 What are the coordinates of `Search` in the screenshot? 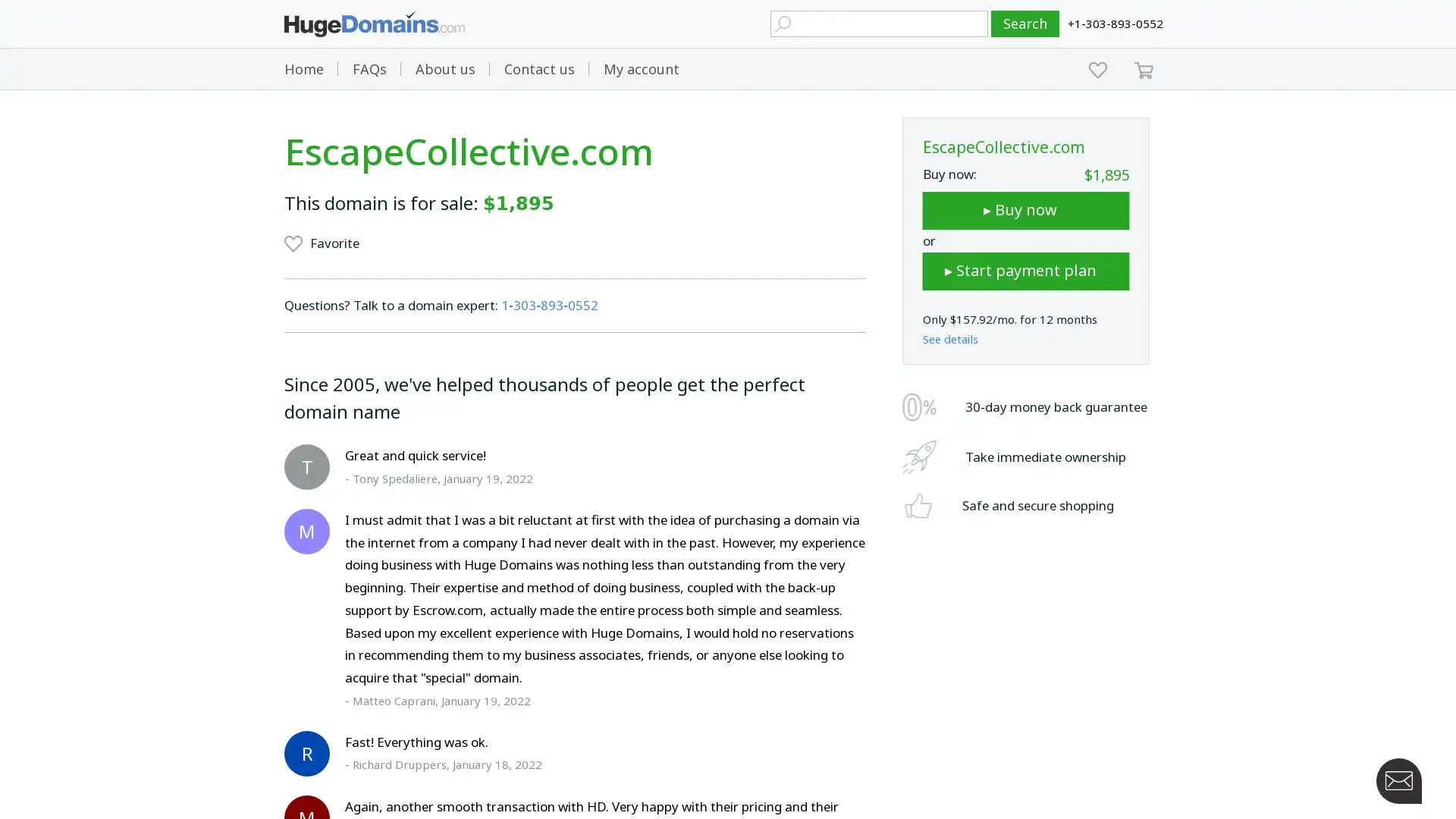 It's located at (1025, 24).